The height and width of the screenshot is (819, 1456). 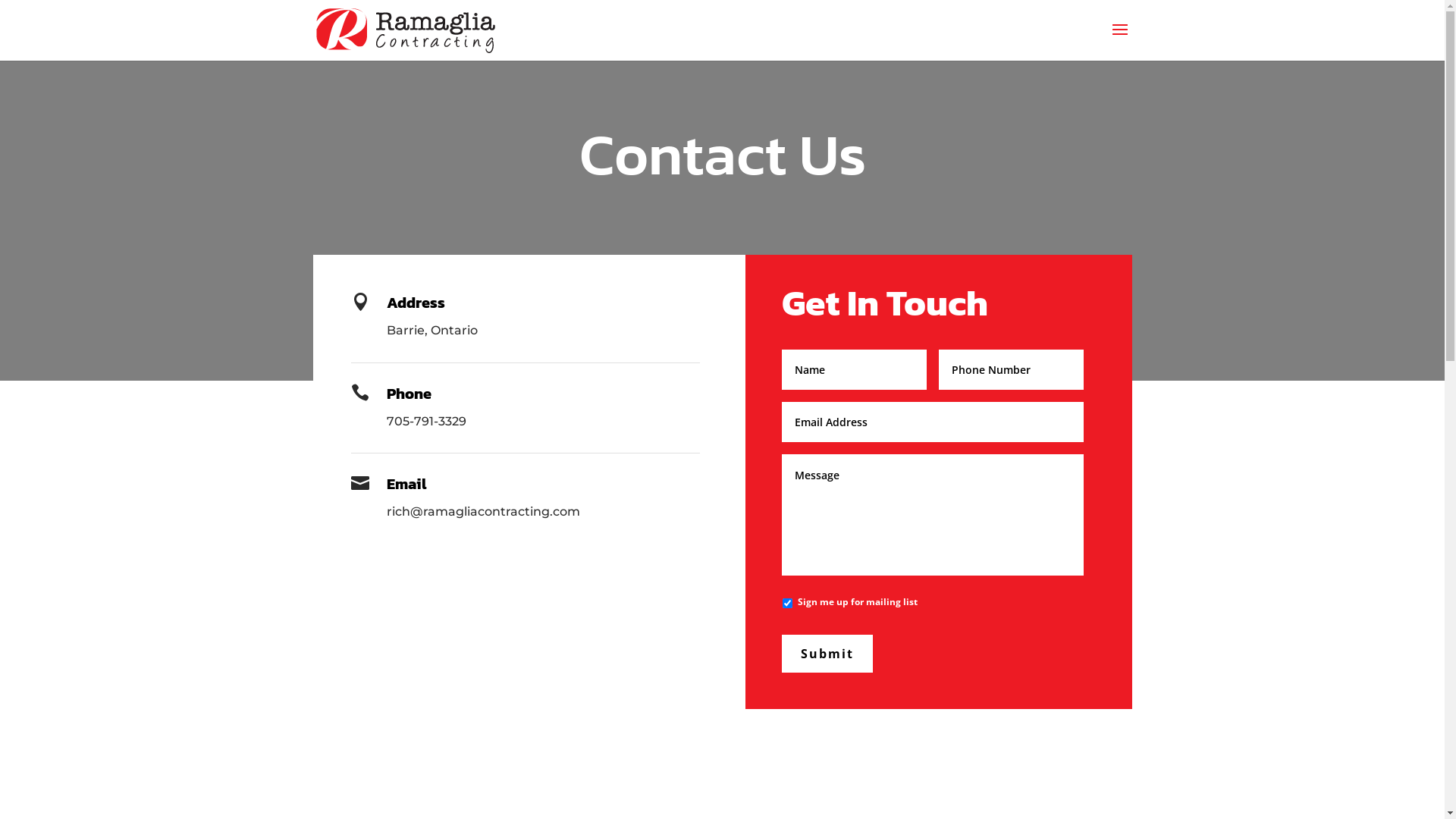 I want to click on 'Submit', so click(x=826, y=652).